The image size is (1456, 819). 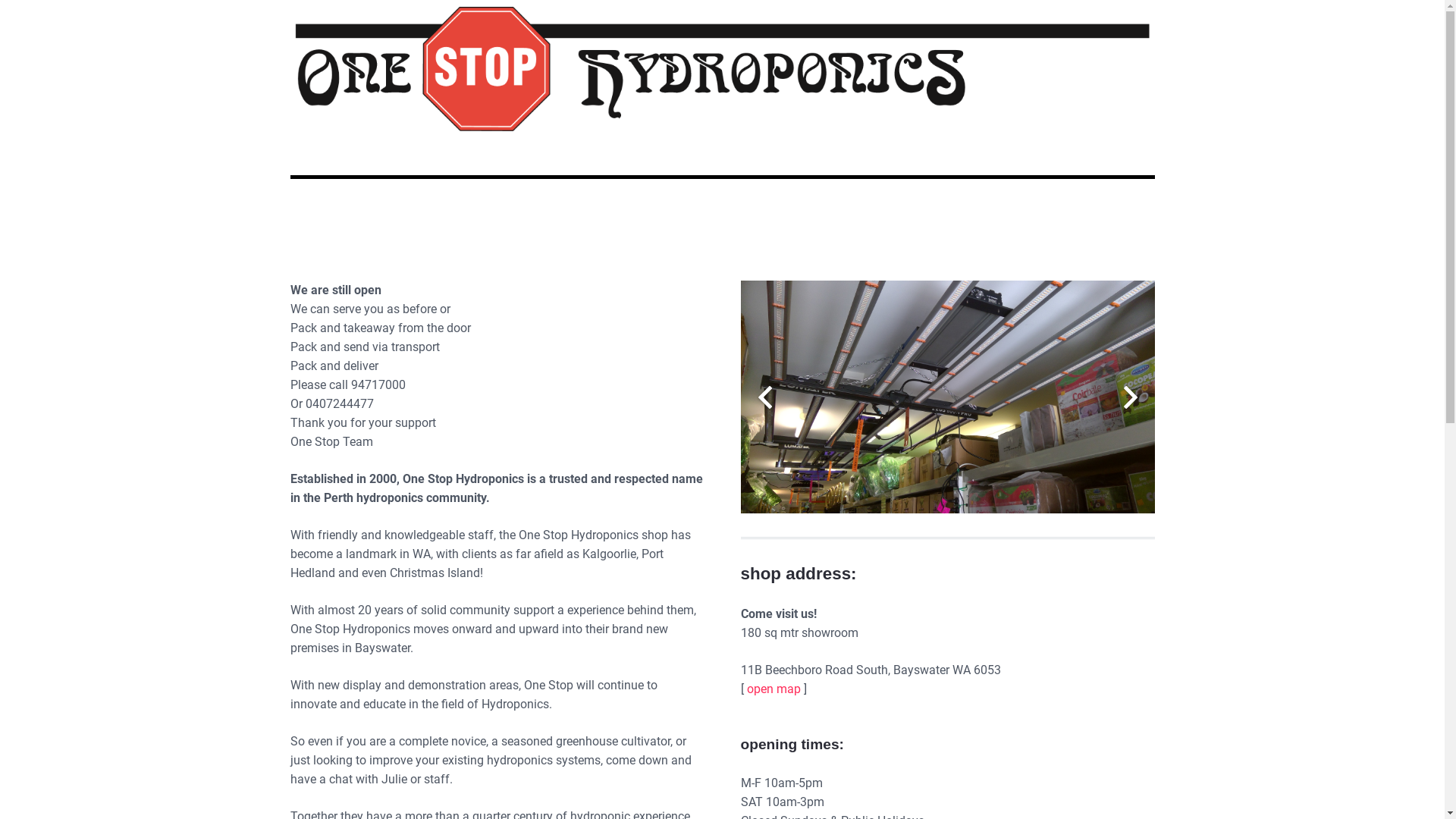 What do you see at coordinates (773, 689) in the screenshot?
I see `'open map'` at bounding box center [773, 689].